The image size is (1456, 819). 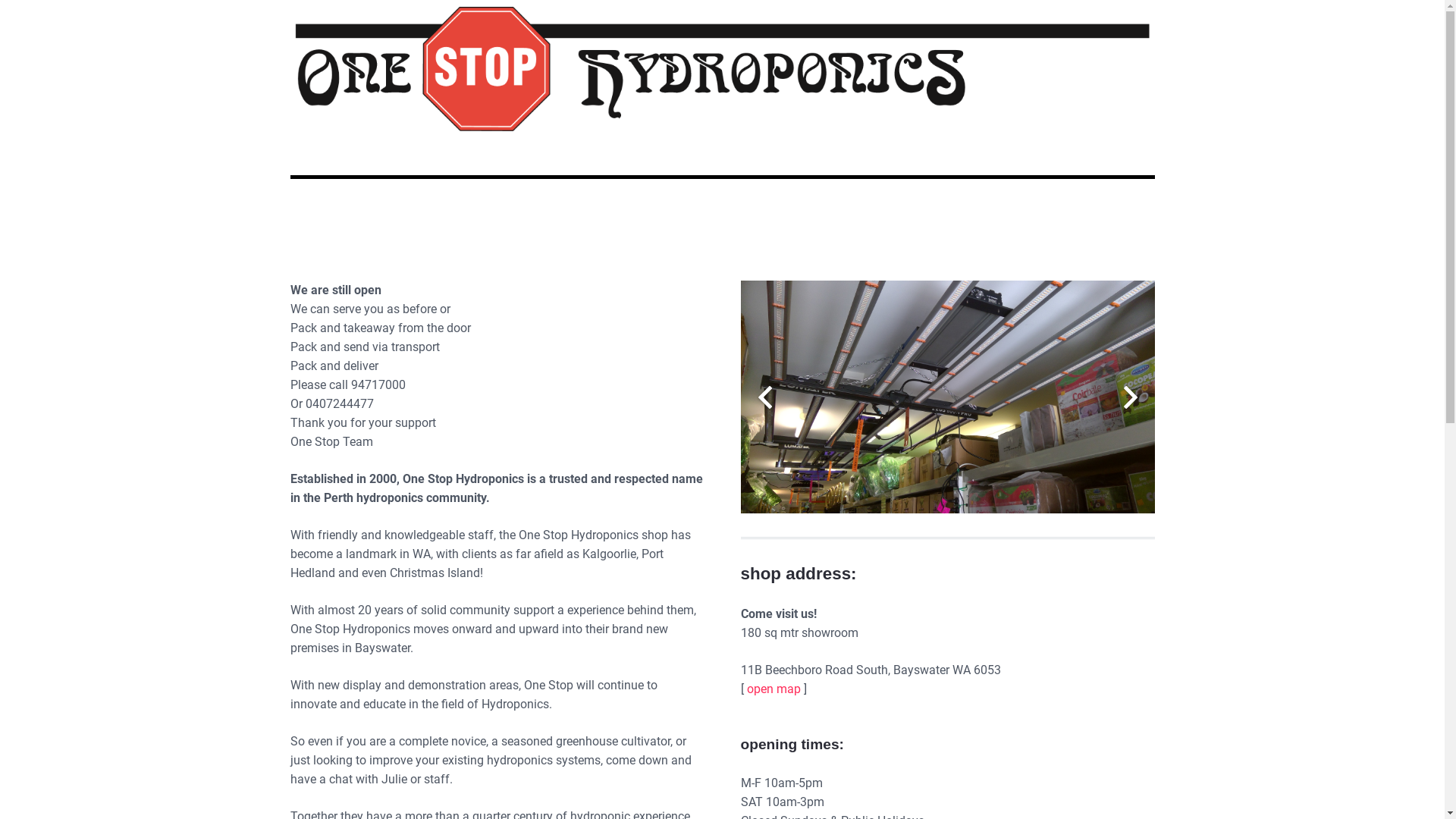 What do you see at coordinates (773, 689) in the screenshot?
I see `'open map'` at bounding box center [773, 689].